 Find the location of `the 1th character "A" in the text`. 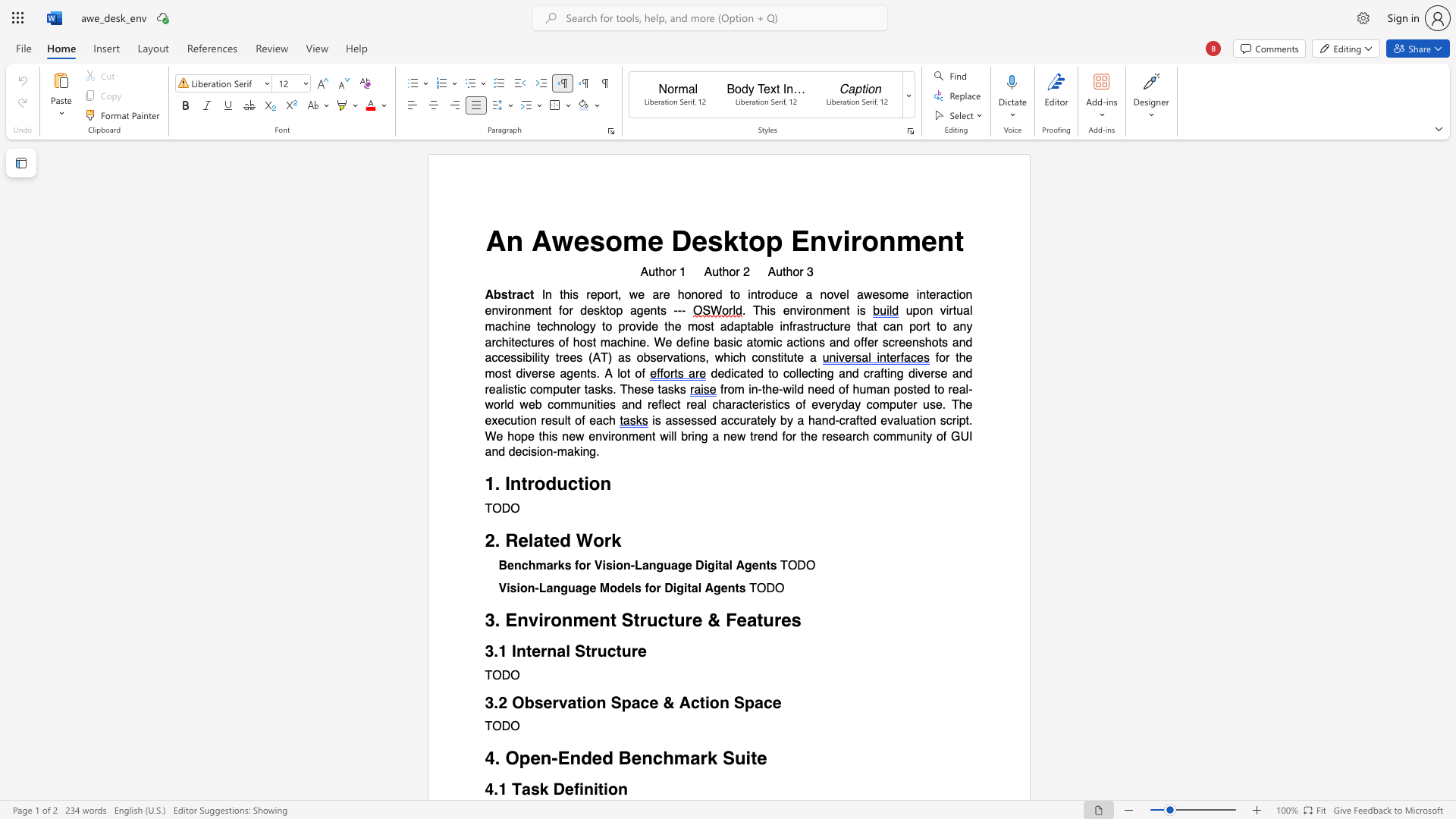

the 1th character "A" in the text is located at coordinates (495, 240).